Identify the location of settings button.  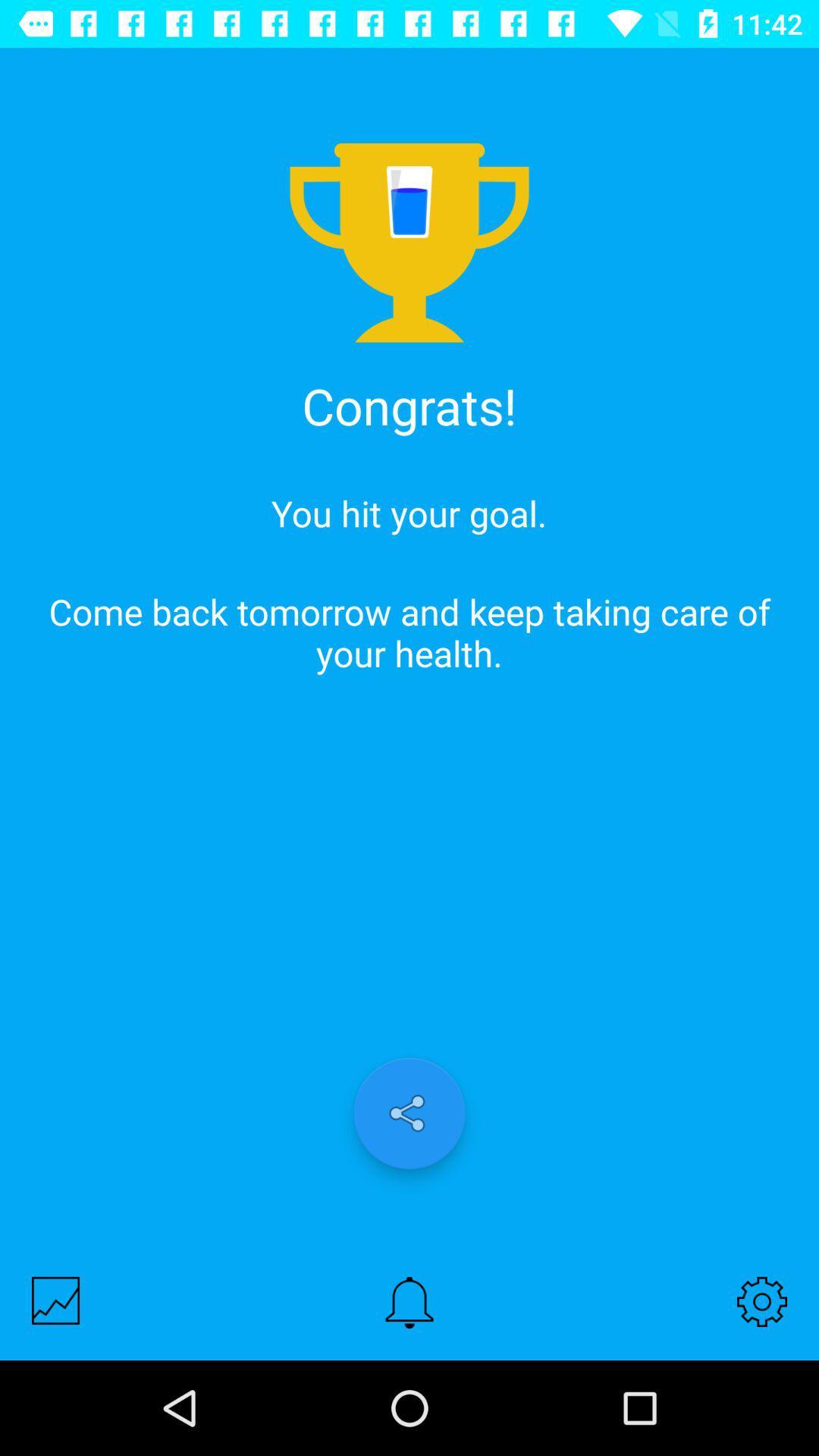
(762, 1301).